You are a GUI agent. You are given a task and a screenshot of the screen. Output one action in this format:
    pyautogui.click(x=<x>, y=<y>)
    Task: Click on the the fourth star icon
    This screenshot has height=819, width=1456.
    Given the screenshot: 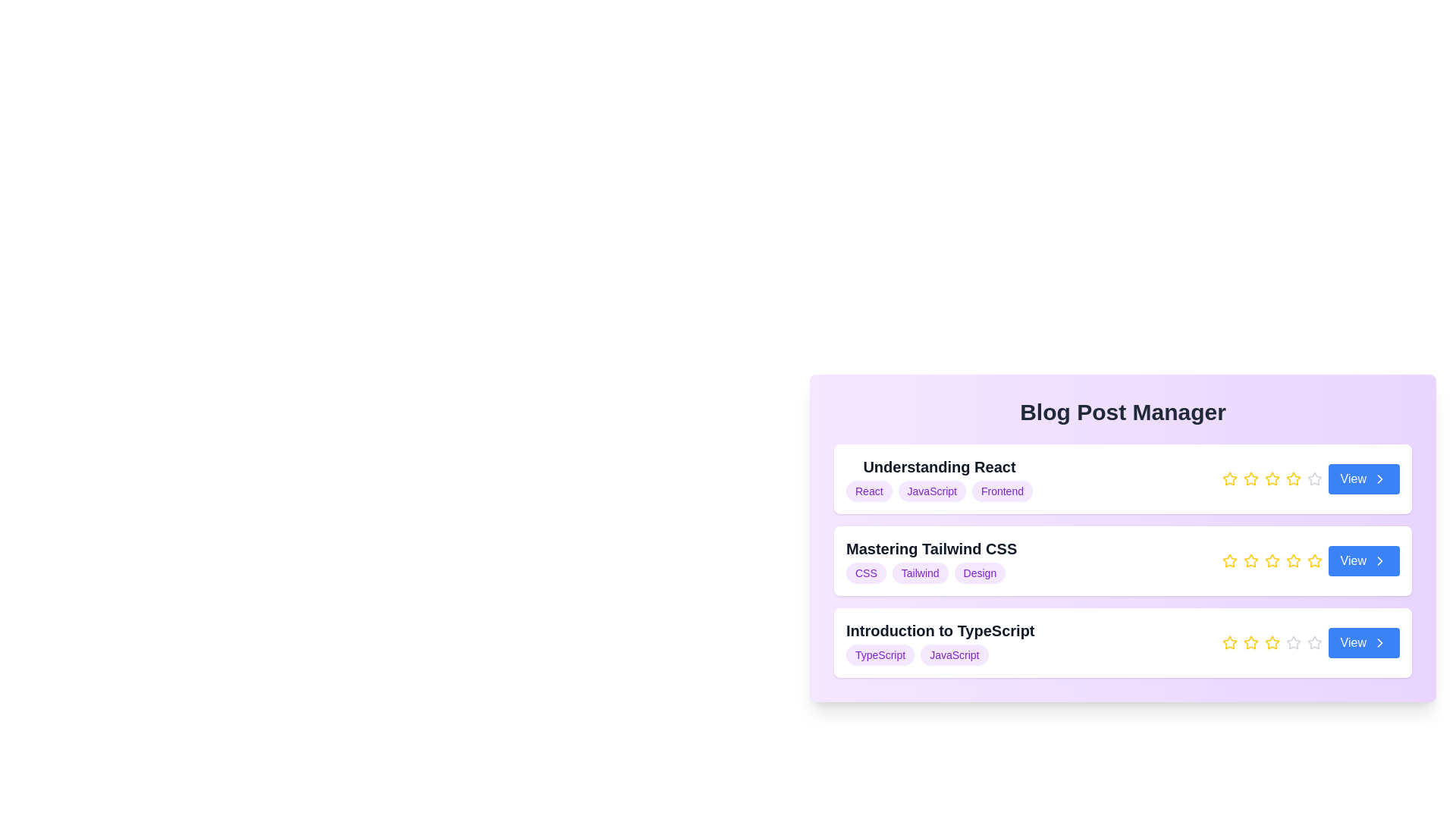 What is the action you would take?
    pyautogui.click(x=1271, y=561)
    